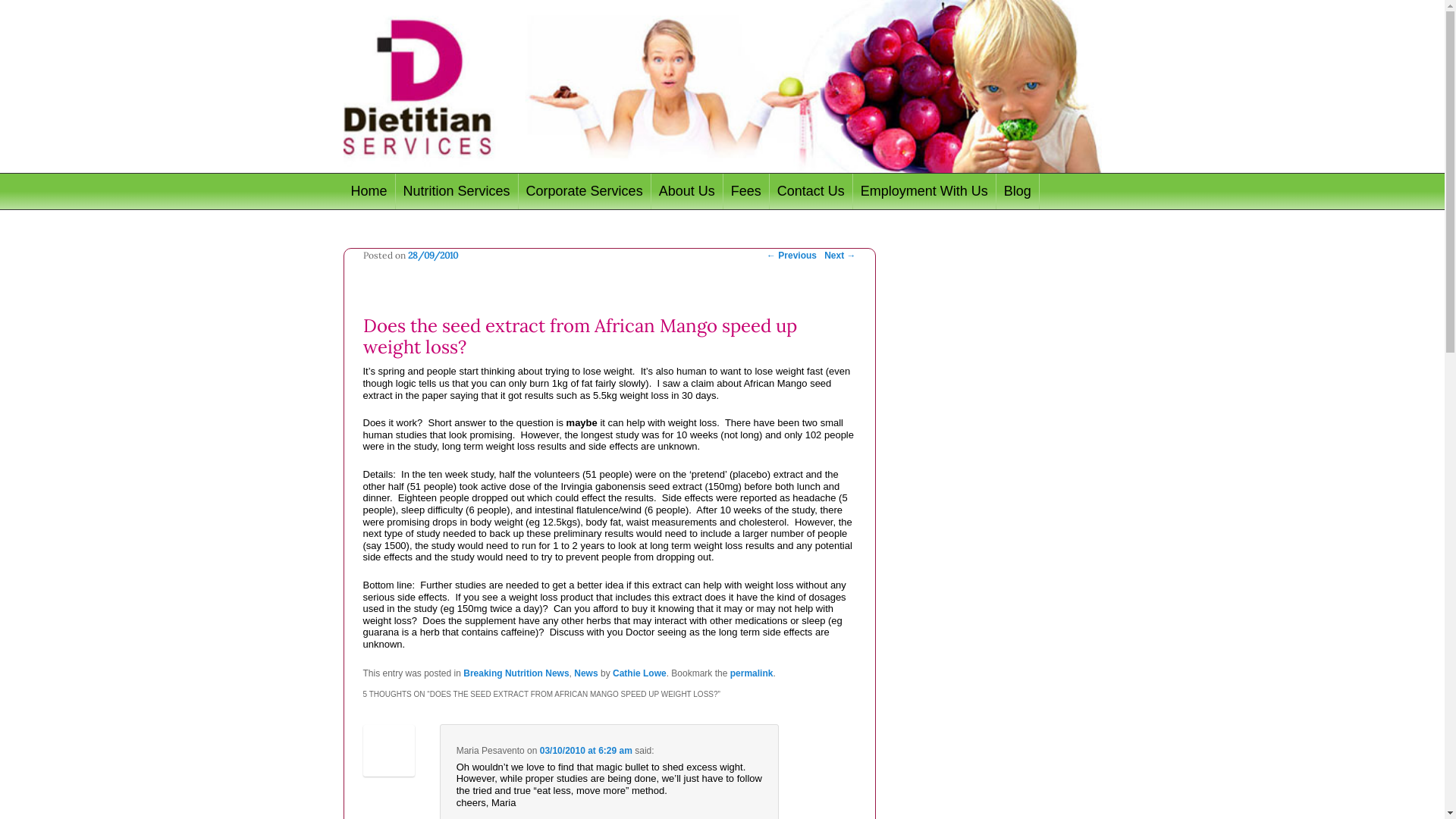  I want to click on 'Skip to secondary content', so click(428, 190).